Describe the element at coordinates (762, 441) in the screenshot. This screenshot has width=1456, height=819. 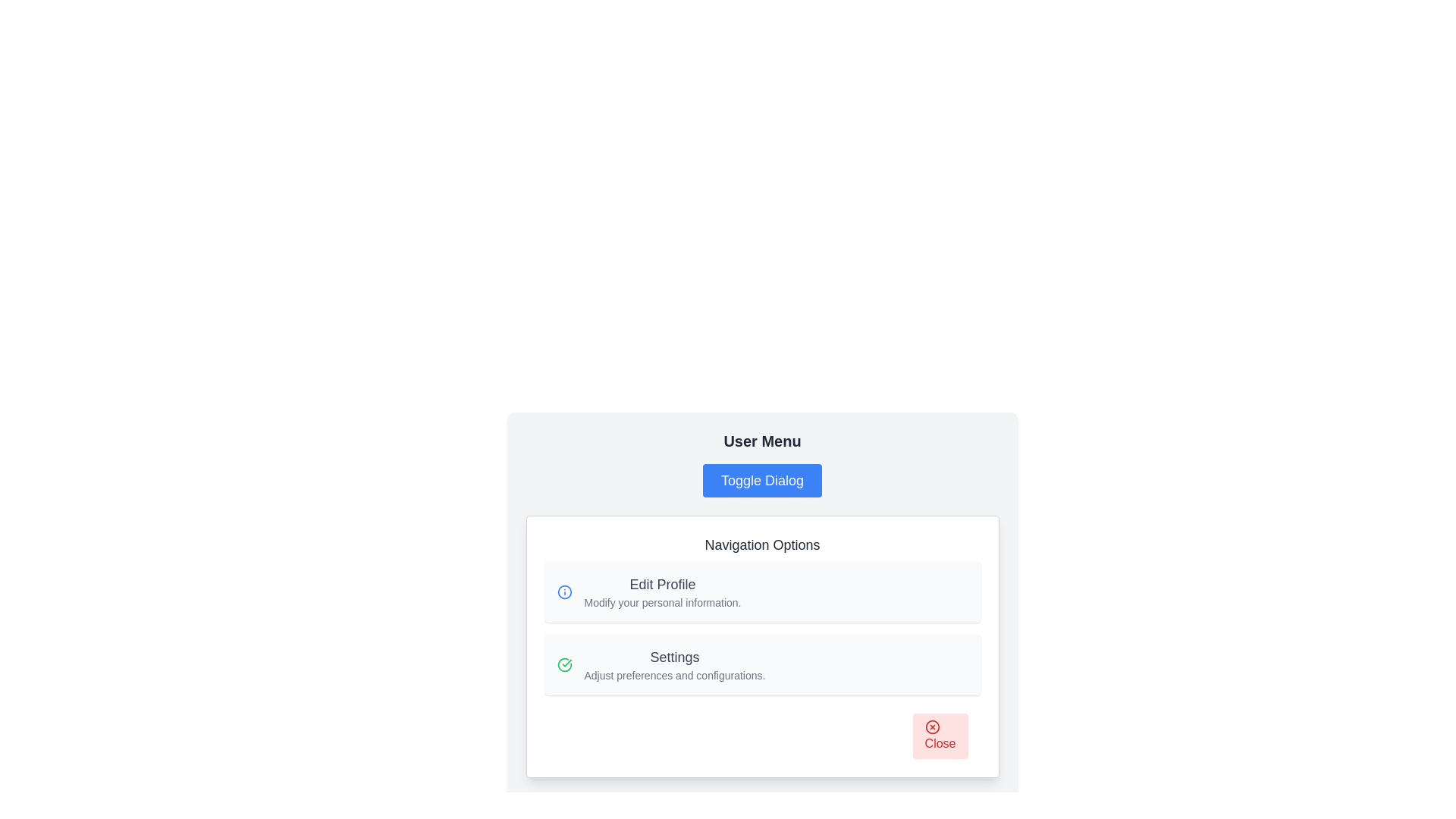
I see `text content of the 'User Menu' label, which is a bold, extra-large dark gray text centered at the top of the dialog box` at that location.